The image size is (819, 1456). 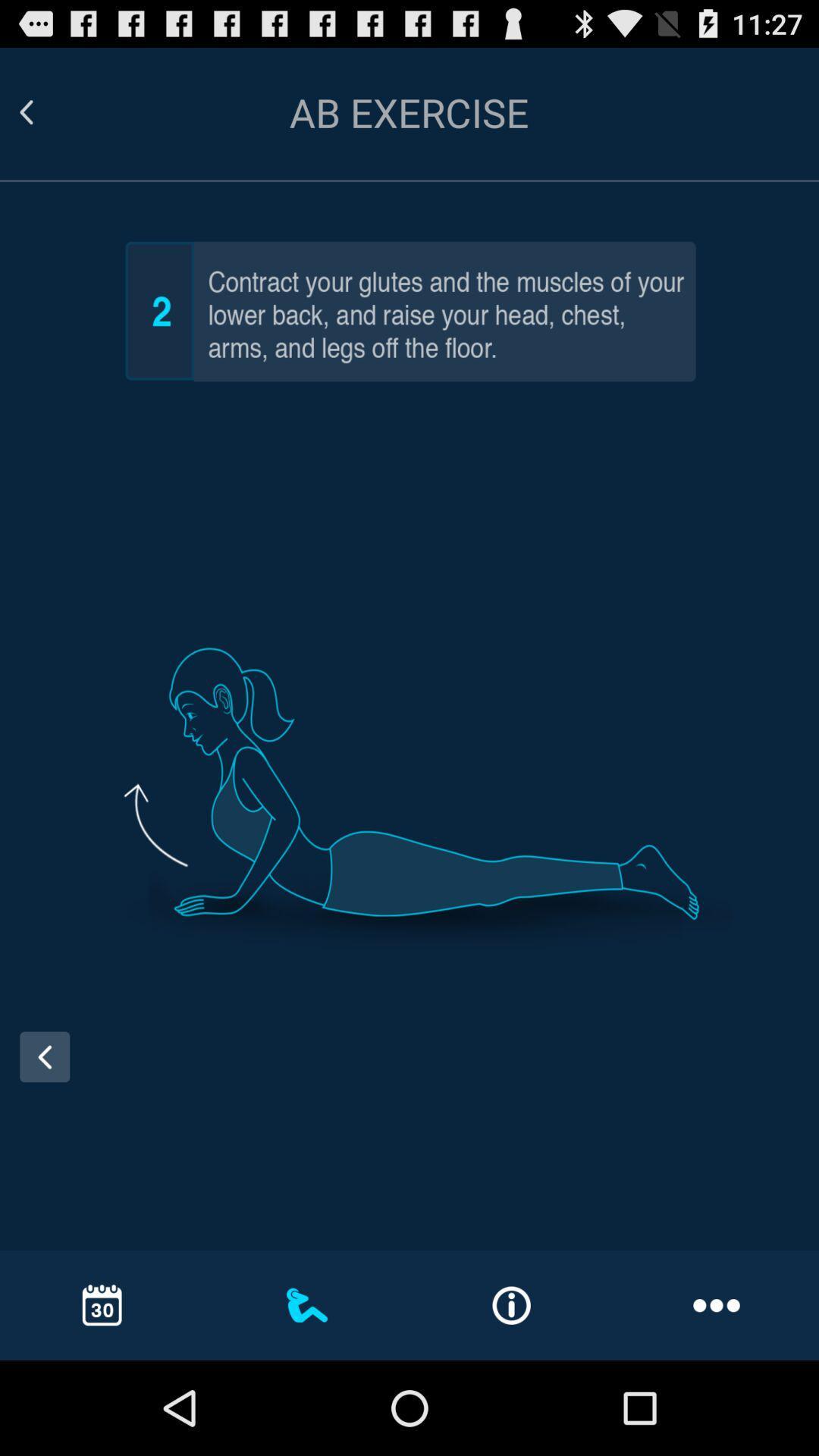 I want to click on the arrow_backward icon, so click(x=39, y=1147).